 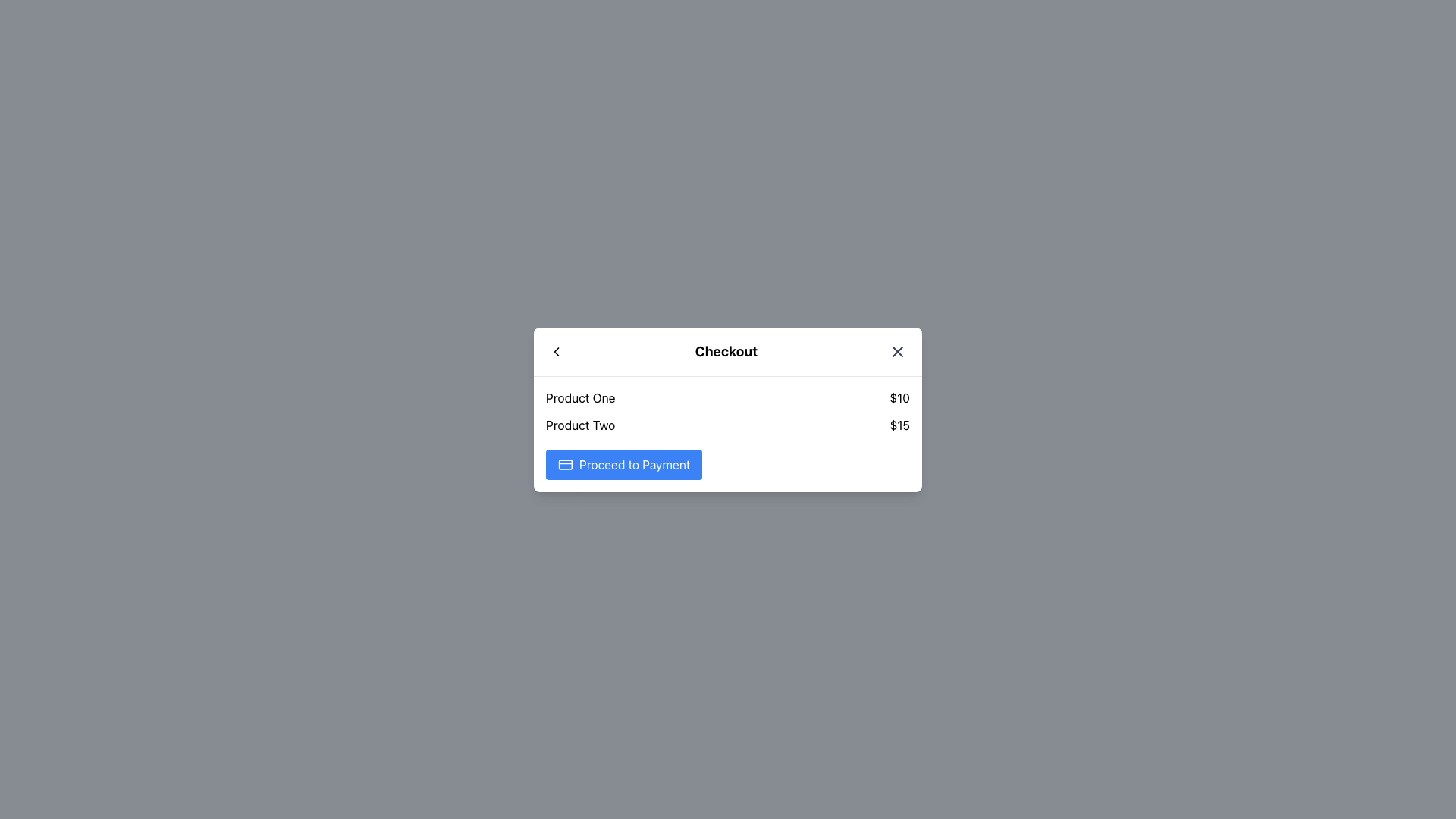 What do you see at coordinates (898, 351) in the screenshot?
I see `the close button located at the top-right corner of the popup modal, adjacent to the title 'Checkout'` at bounding box center [898, 351].